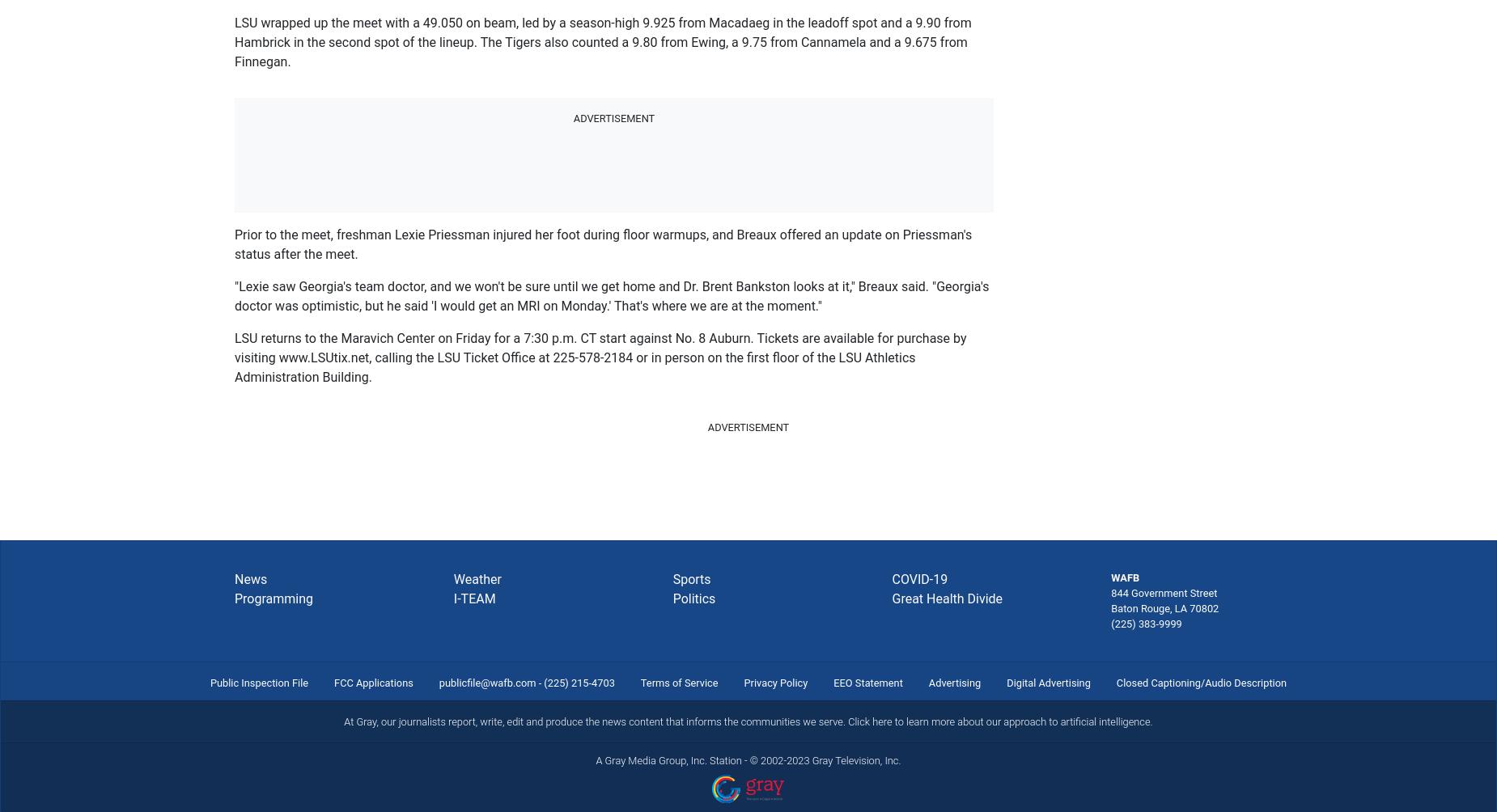  Describe the element at coordinates (672, 577) in the screenshot. I see `'Sports'` at that location.